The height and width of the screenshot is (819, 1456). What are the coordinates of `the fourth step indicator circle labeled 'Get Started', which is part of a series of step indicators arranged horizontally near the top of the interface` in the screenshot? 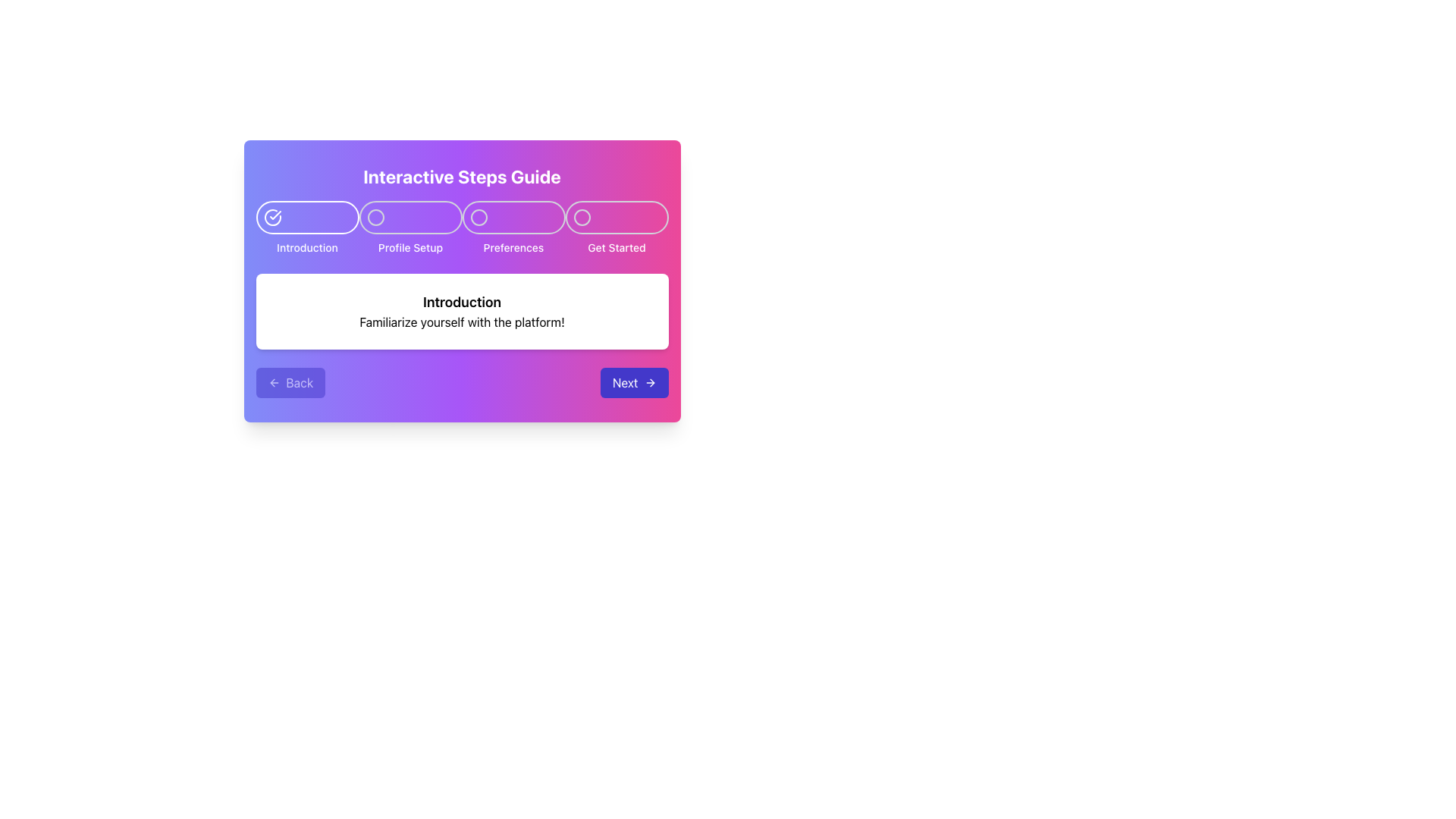 It's located at (581, 217).